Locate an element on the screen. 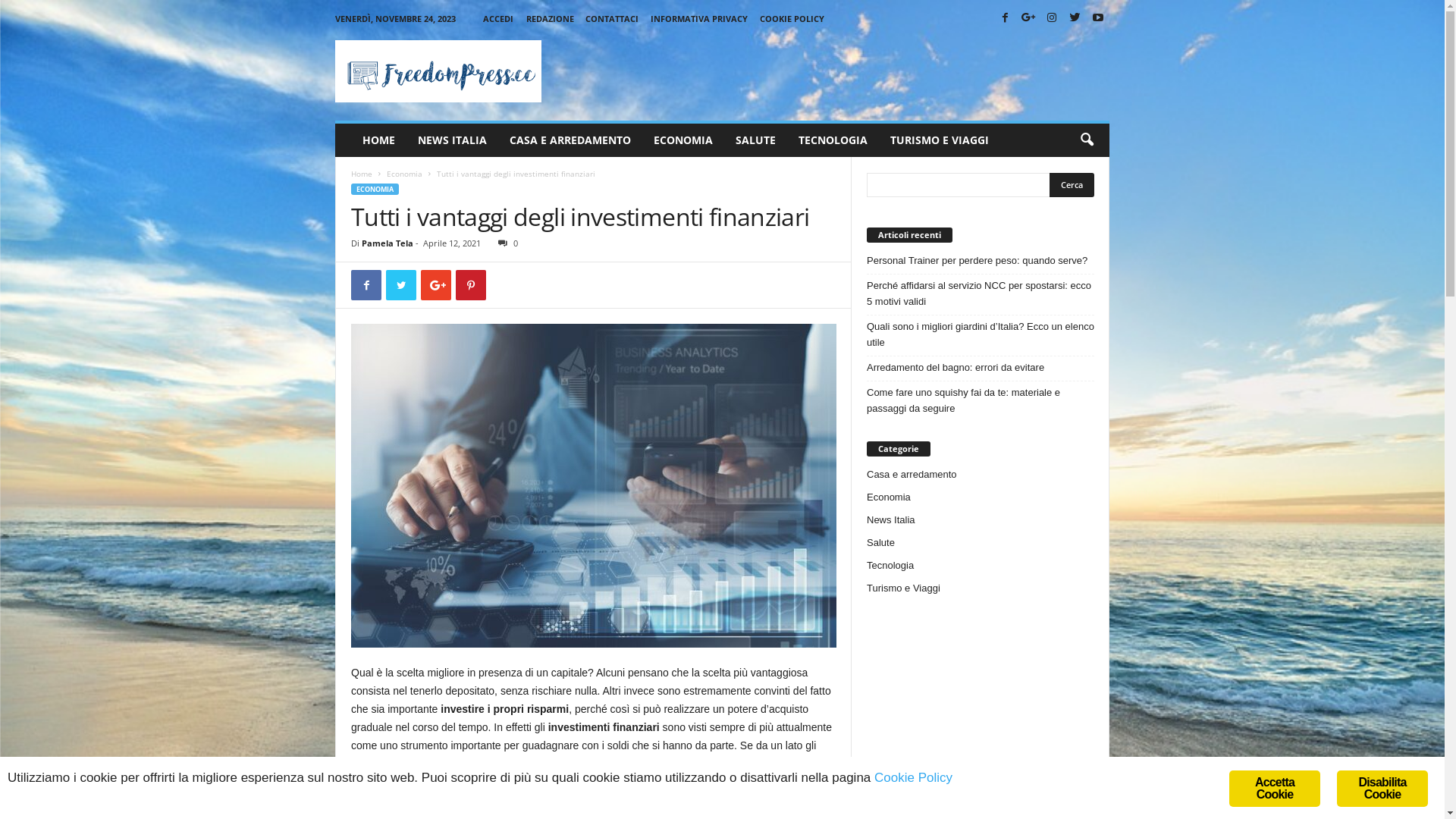  'Economia' is located at coordinates (404, 172).